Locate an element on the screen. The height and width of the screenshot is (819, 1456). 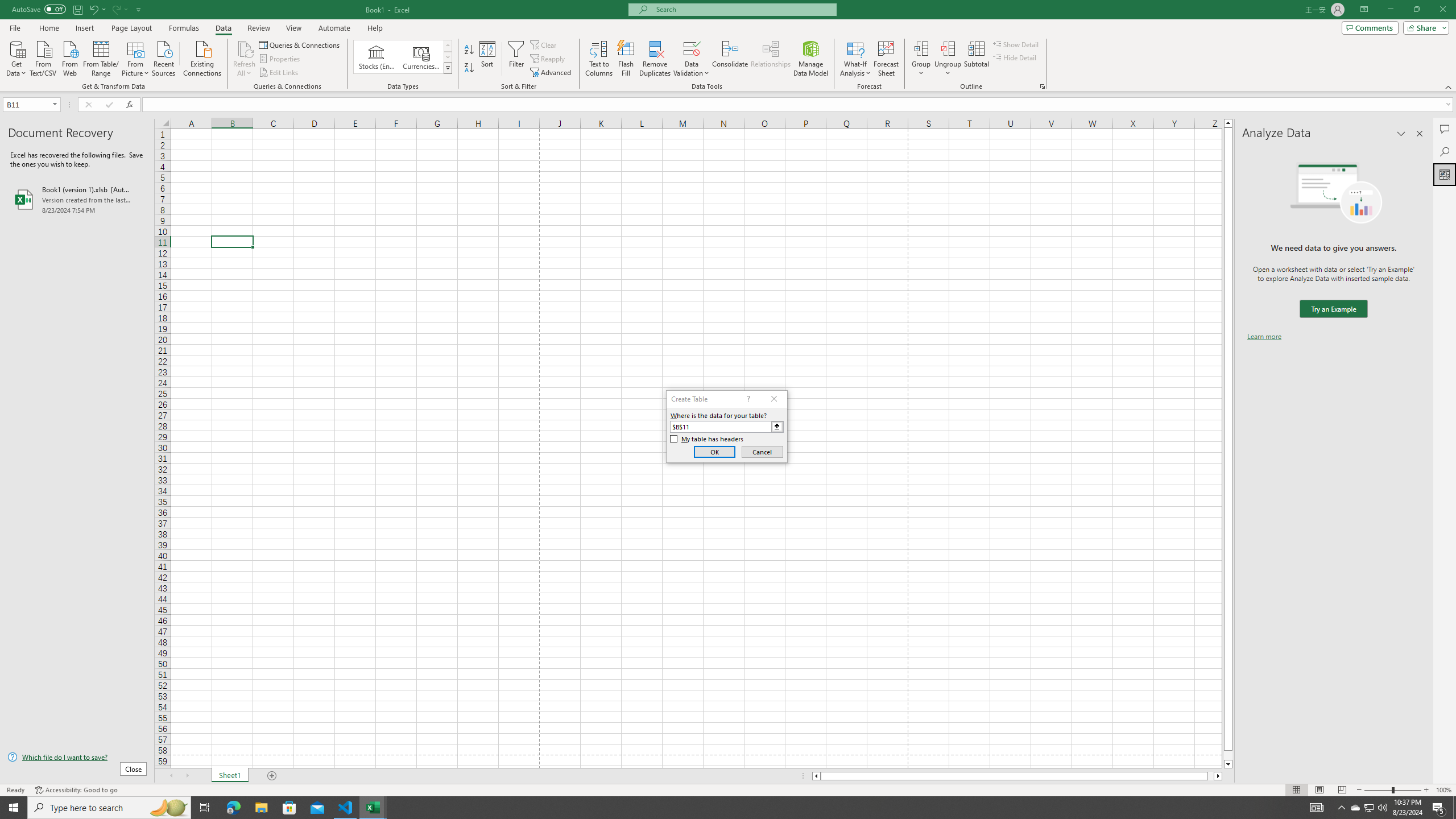
'Which file do I want to save?' is located at coordinates (76, 758).